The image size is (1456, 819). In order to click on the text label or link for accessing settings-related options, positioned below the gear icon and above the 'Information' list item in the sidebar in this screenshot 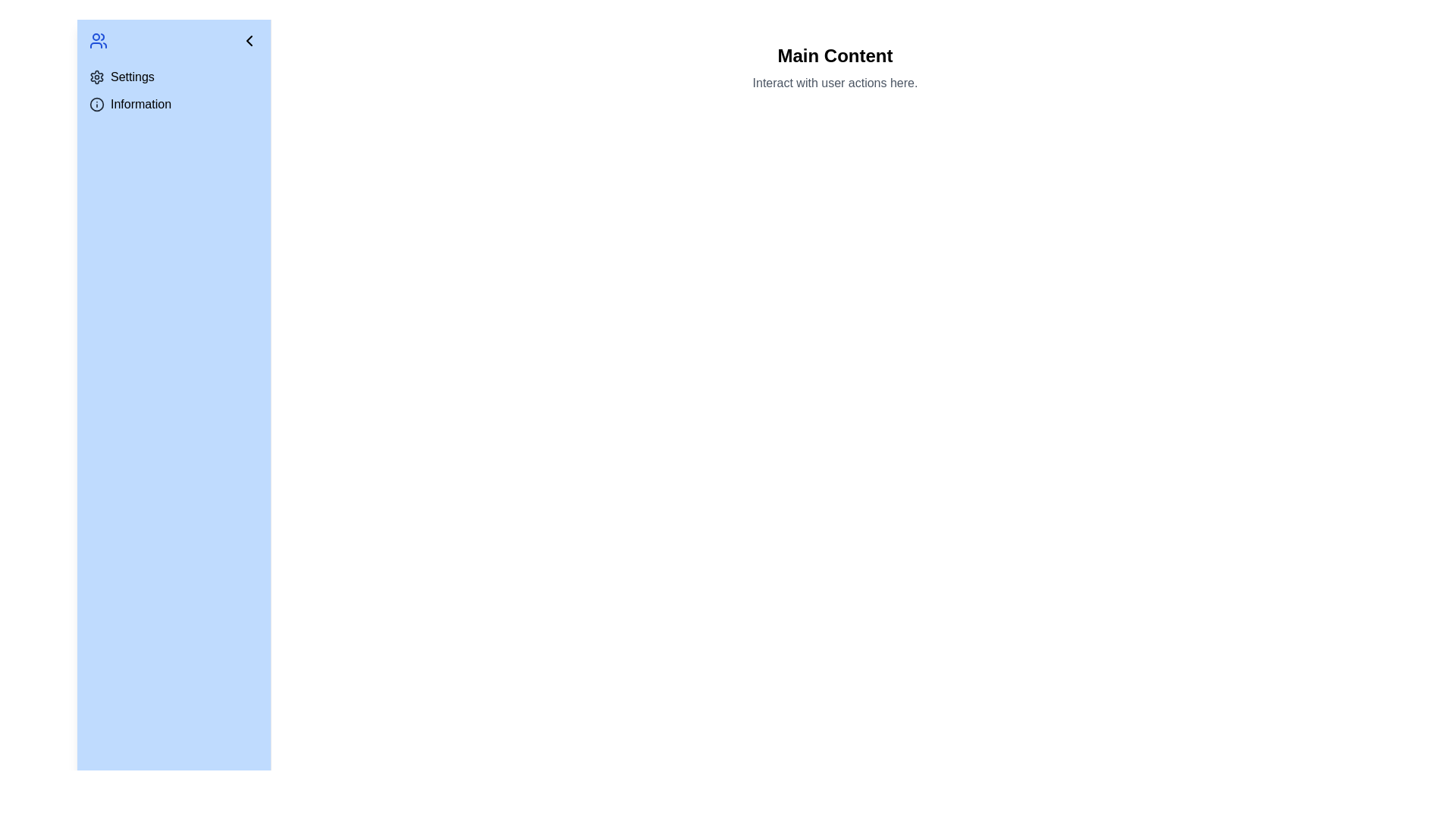, I will do `click(132, 77)`.